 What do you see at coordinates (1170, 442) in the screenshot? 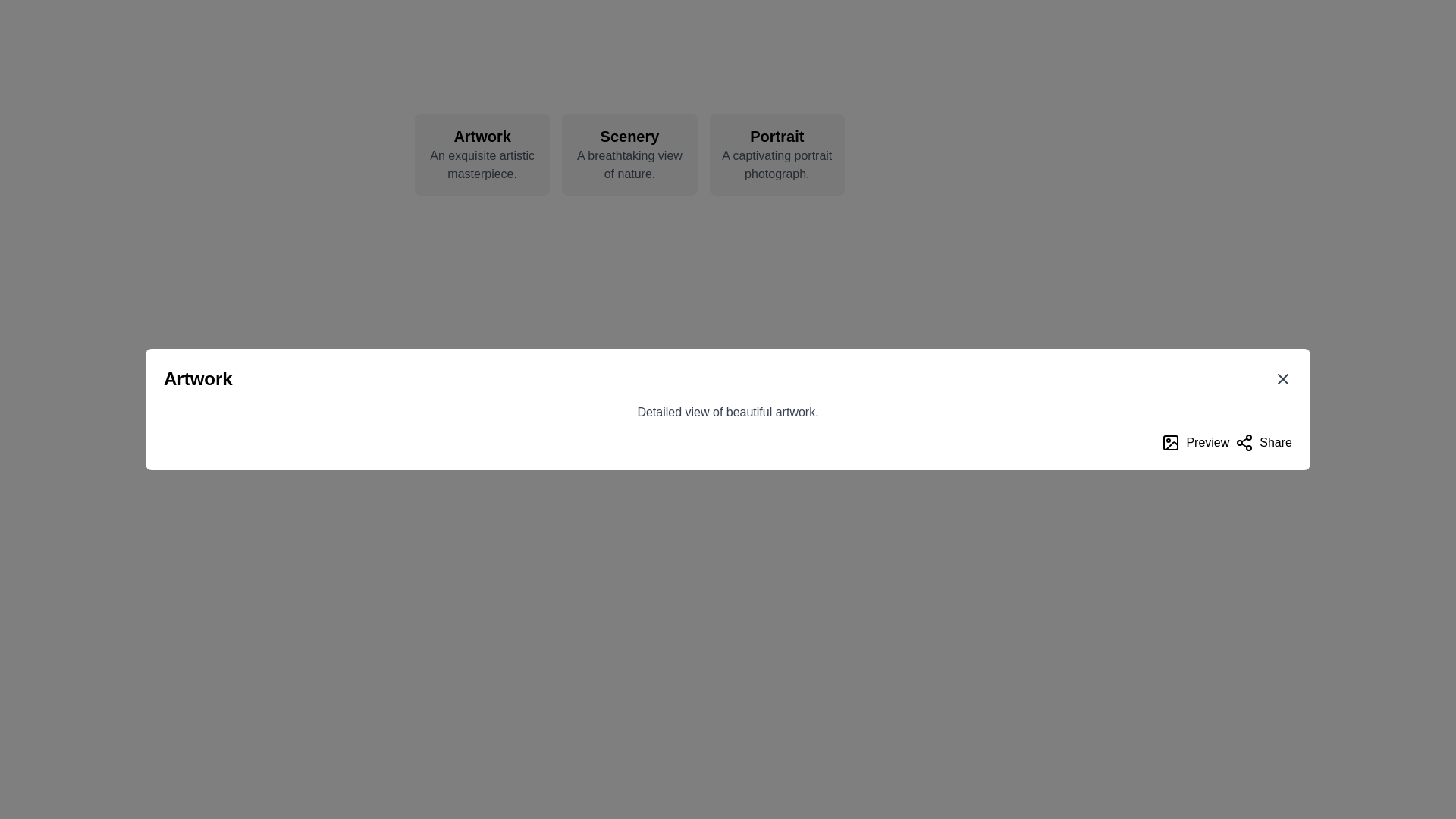
I see `the image preview icon located to the left of the 'Preview' text, which resembles a minimalist picture frame with a circle and a line` at bounding box center [1170, 442].